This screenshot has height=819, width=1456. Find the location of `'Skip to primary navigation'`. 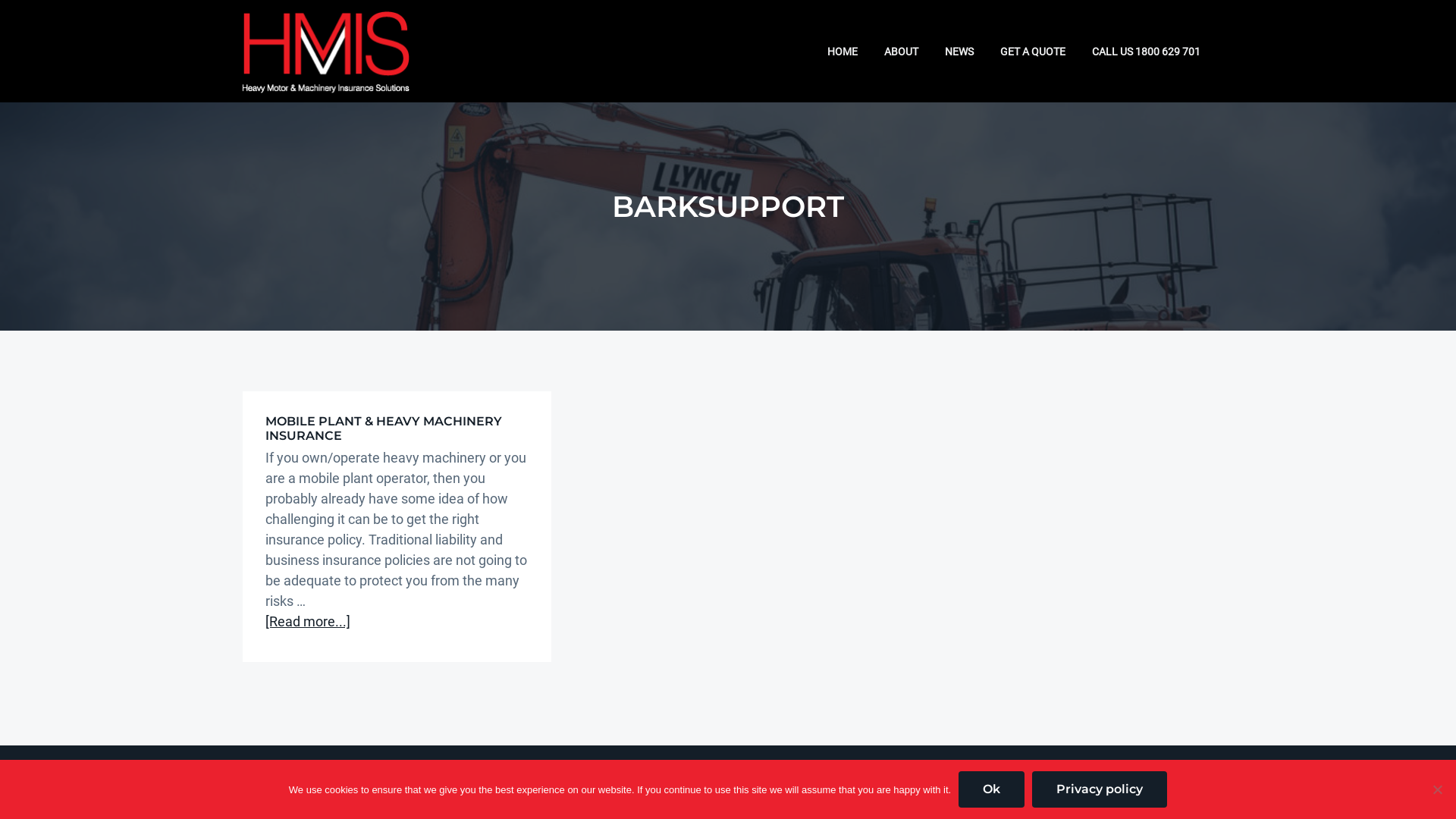

'Skip to primary navigation' is located at coordinates (0, 0).